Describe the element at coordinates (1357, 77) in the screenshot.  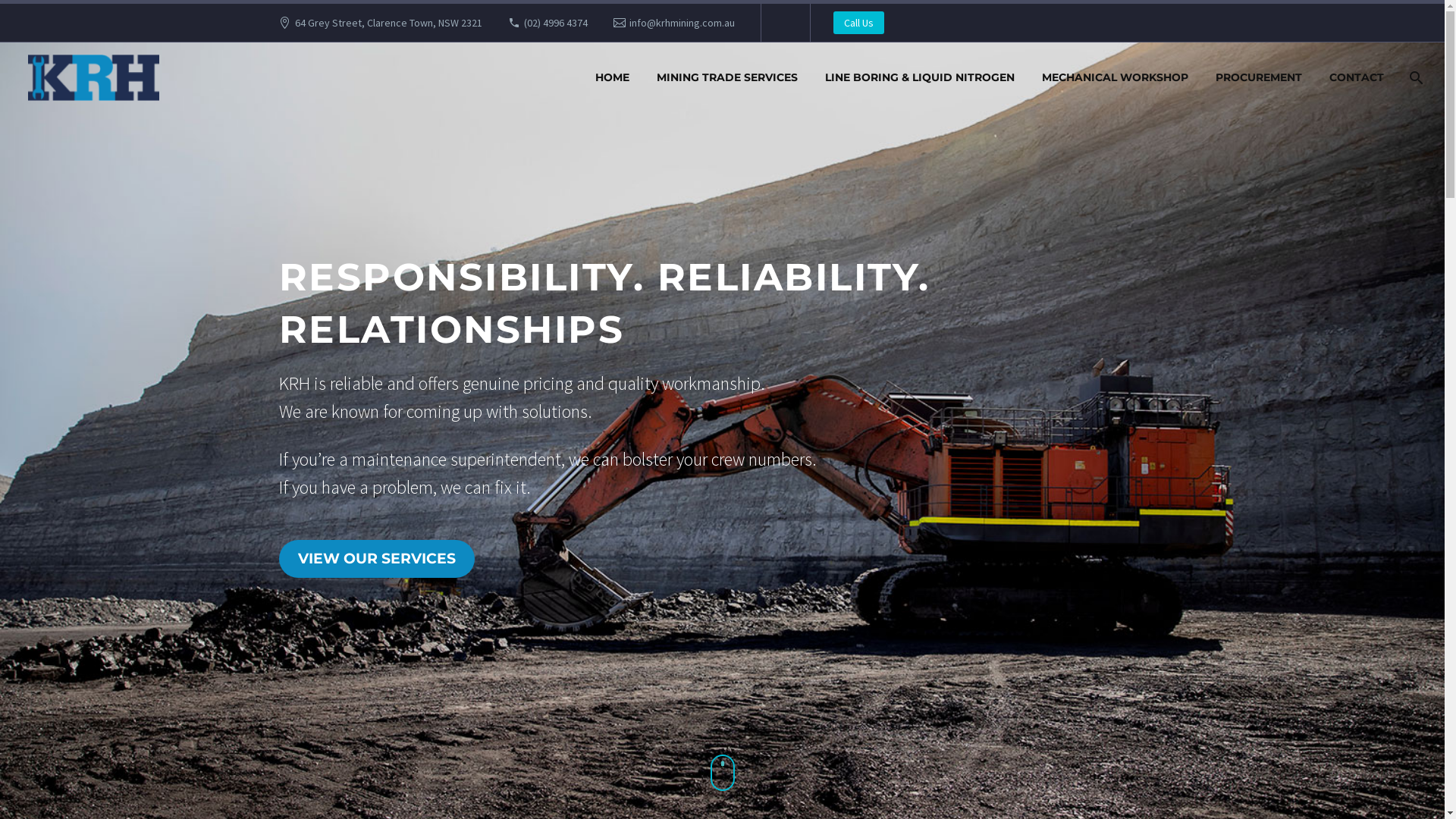
I see `'CONTACT'` at that location.